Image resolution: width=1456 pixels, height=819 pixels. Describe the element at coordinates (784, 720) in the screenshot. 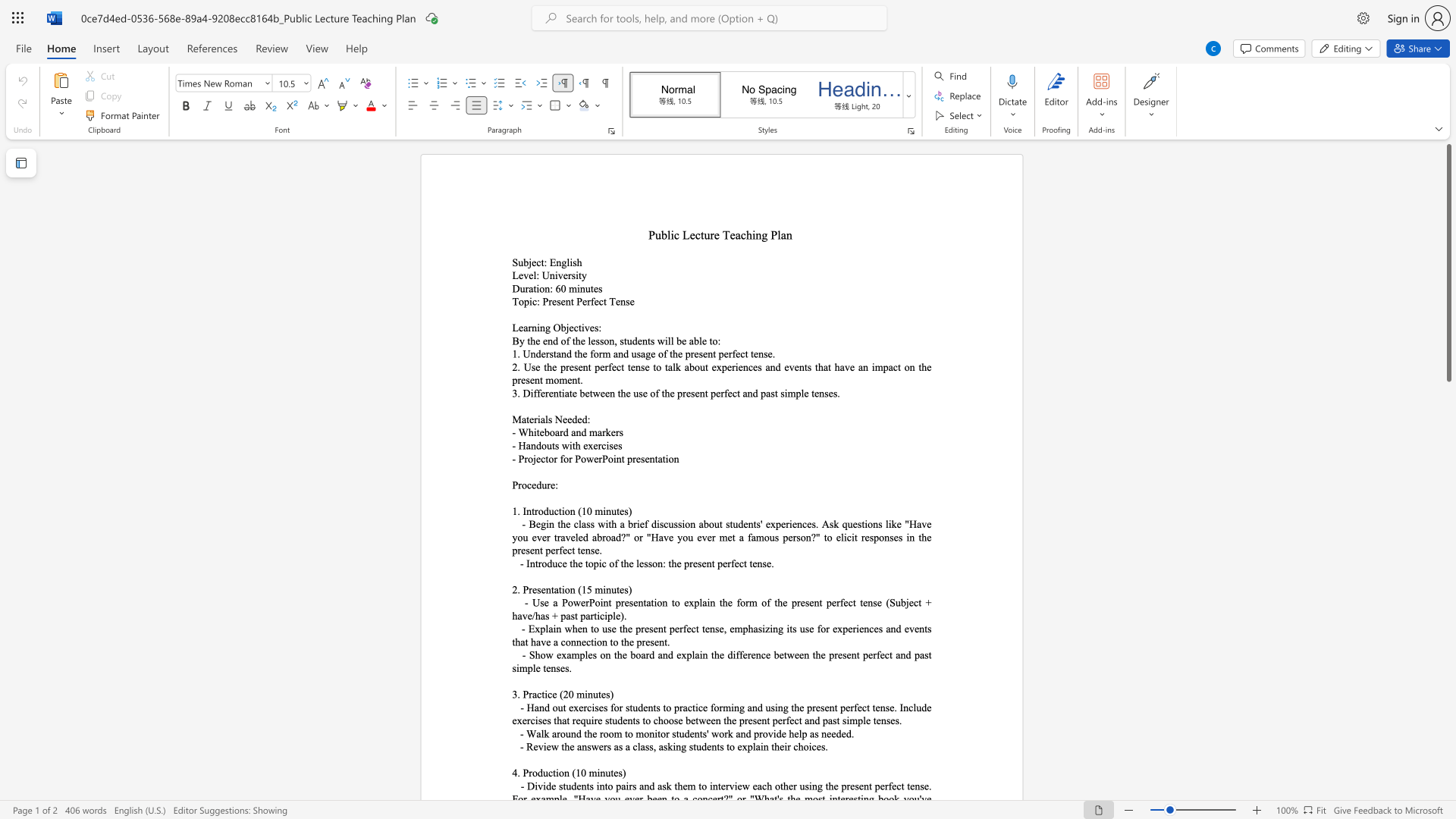

I see `the 11th character "r" in the text` at that location.